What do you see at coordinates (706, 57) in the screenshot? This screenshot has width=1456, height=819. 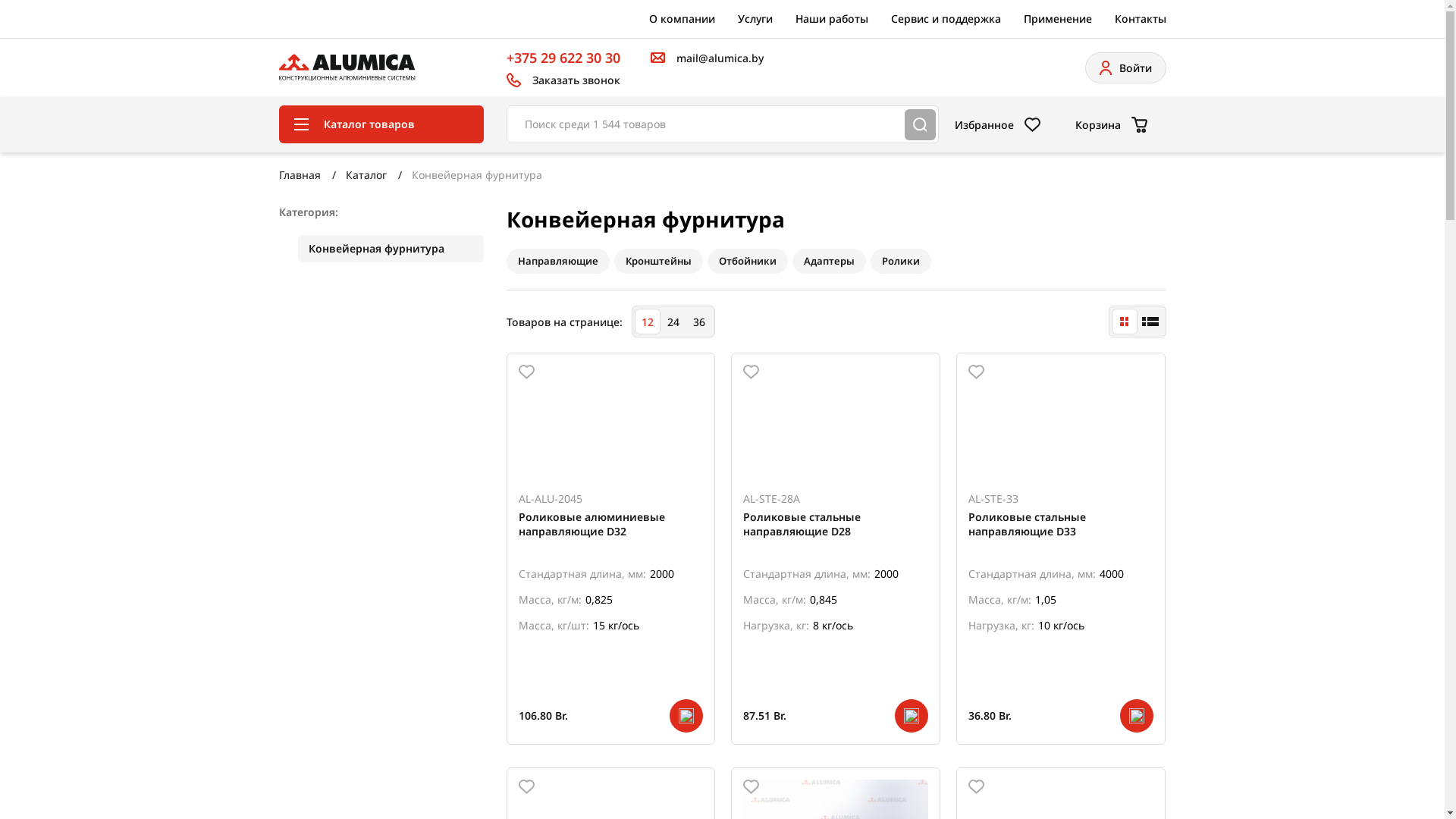 I see `'mail@alumica.by'` at bounding box center [706, 57].